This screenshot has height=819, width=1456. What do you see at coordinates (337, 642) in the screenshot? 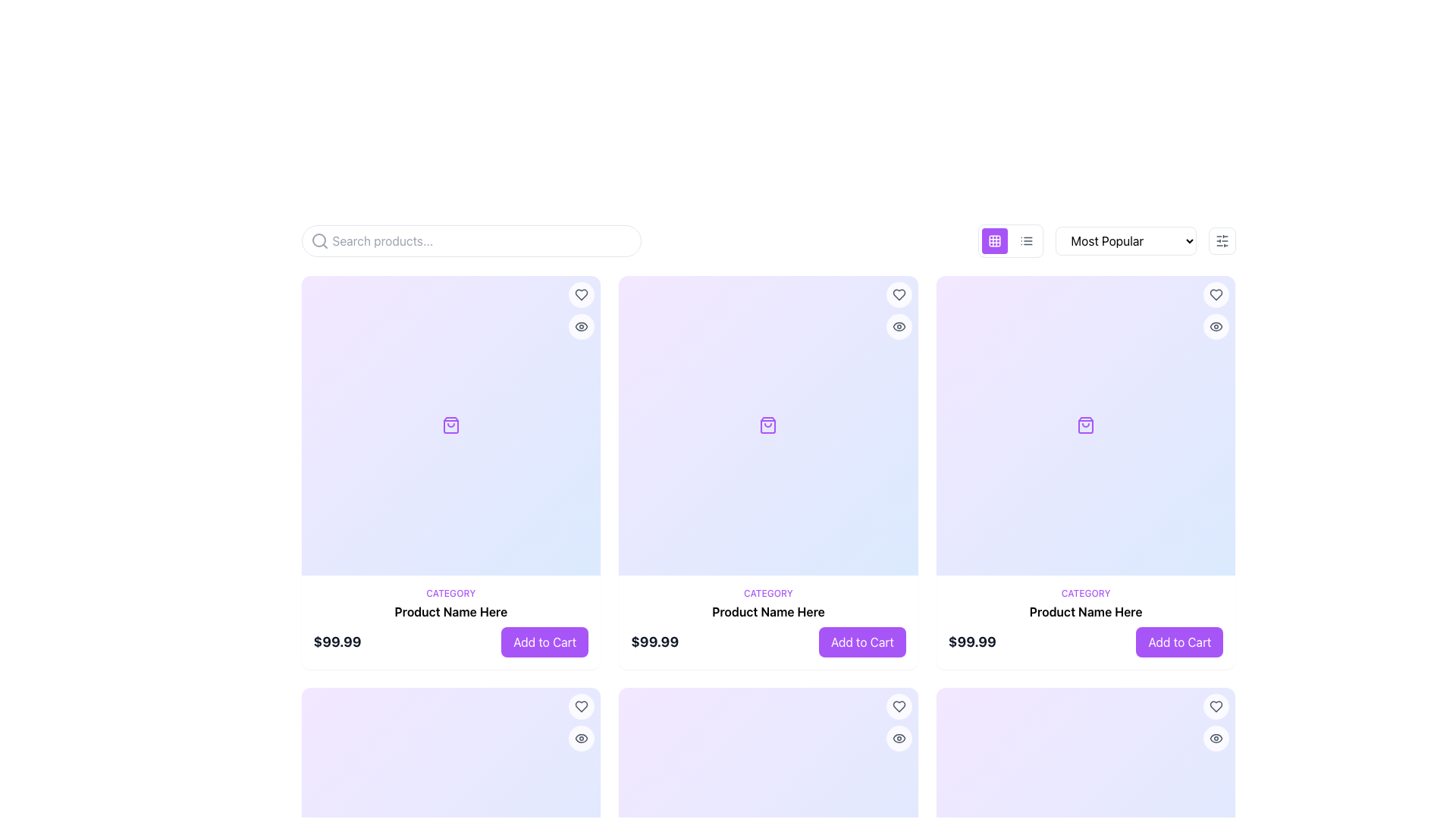
I see `the price text label displaying '$99.99' in bold, dark-gray text, positioned at the bottom left of the product card` at bounding box center [337, 642].